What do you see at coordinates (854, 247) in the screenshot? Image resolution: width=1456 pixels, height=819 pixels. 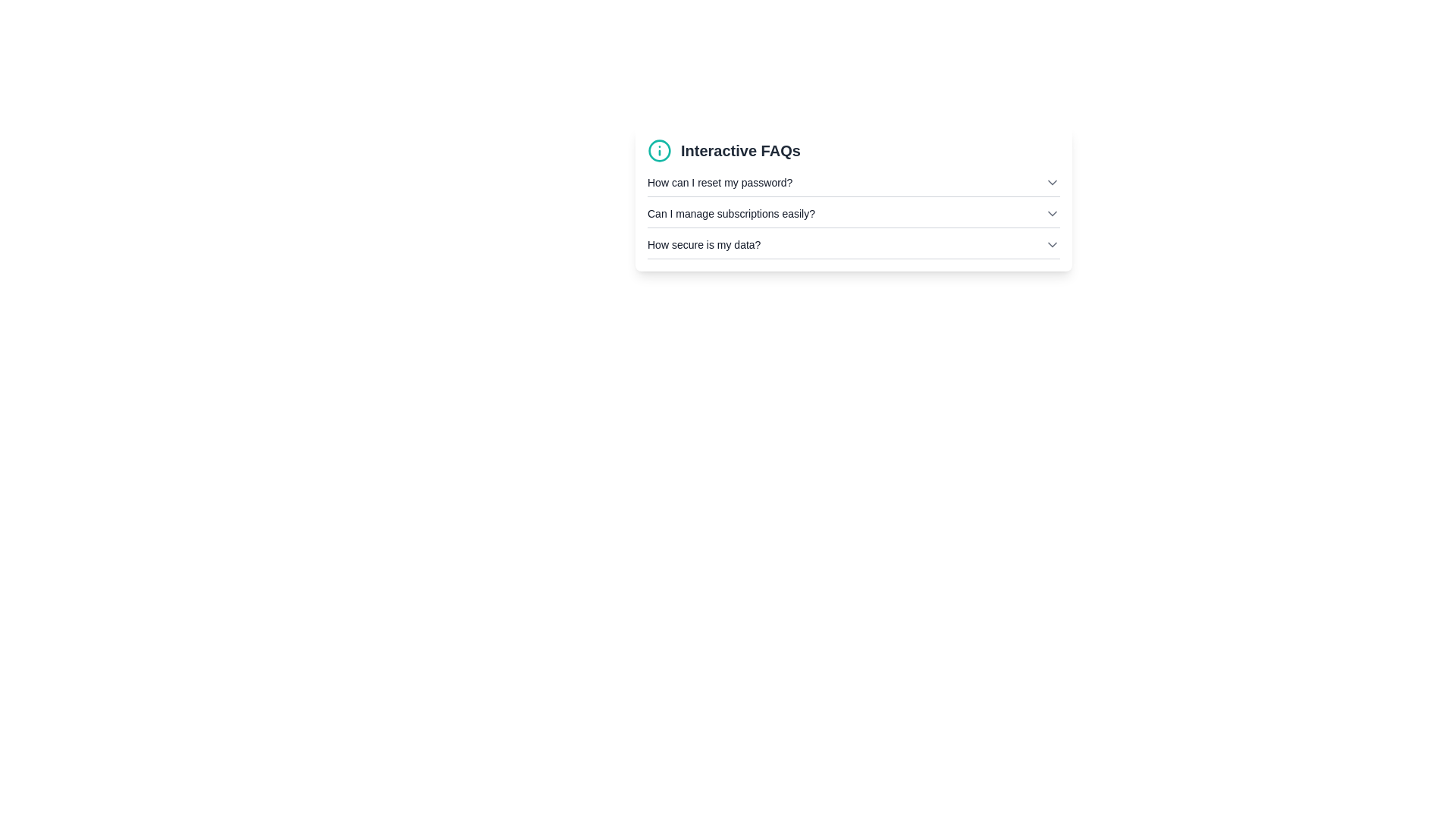 I see `the third Collapsible FAQ list item` at bounding box center [854, 247].